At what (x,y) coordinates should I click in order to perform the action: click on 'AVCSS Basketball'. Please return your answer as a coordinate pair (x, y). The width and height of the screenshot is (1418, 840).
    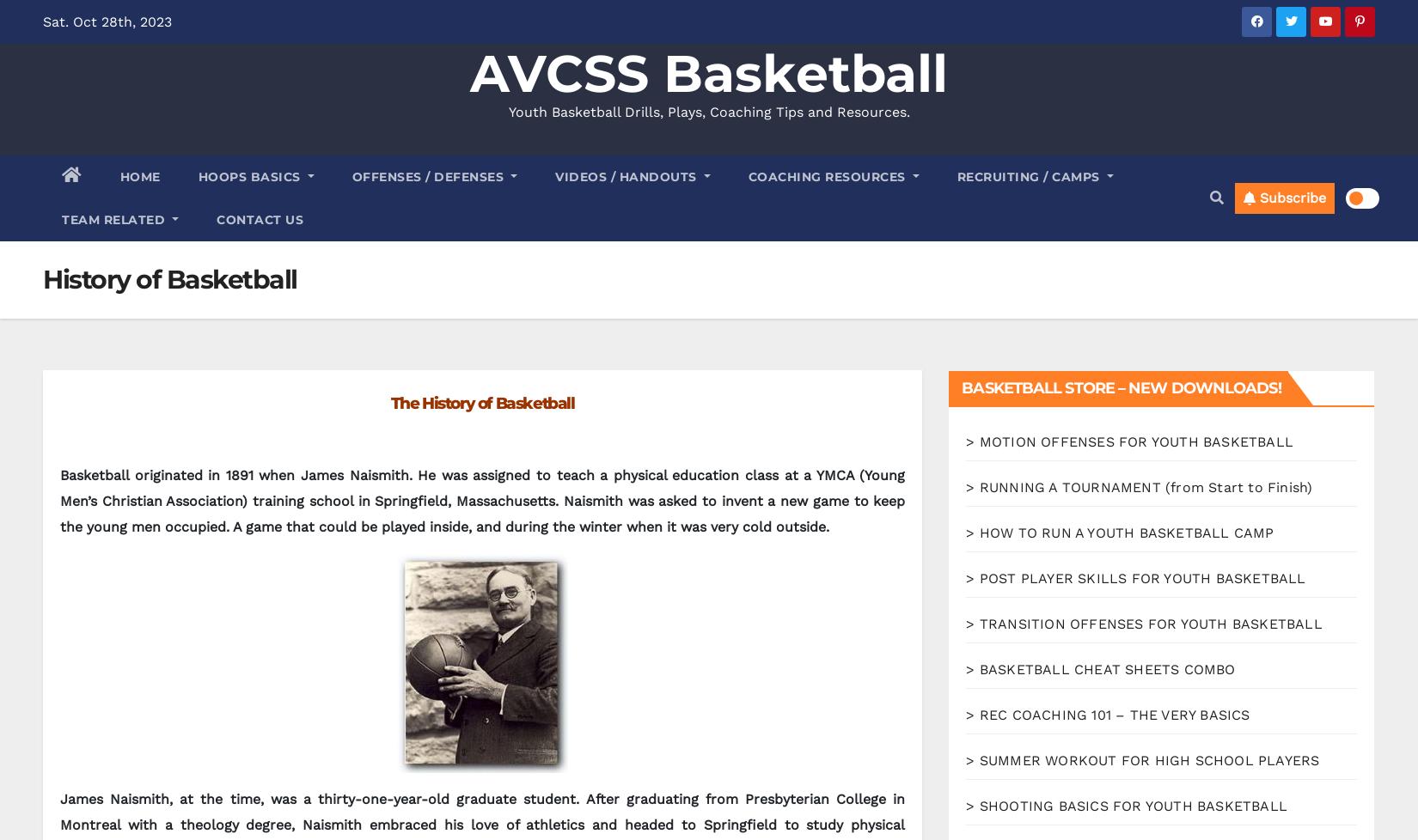
    Looking at the image, I should click on (468, 73).